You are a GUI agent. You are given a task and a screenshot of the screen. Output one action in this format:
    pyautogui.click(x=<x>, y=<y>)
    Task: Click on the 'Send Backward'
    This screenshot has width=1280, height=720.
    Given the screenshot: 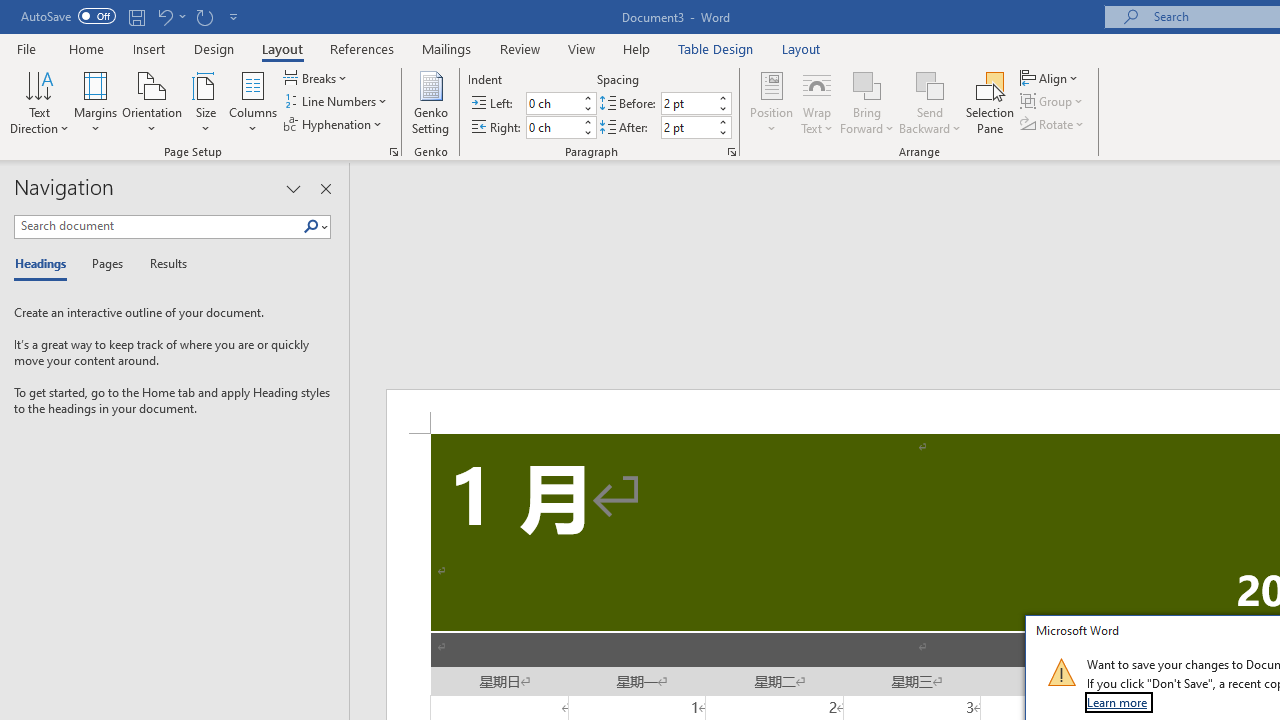 What is the action you would take?
    pyautogui.click(x=929, y=84)
    